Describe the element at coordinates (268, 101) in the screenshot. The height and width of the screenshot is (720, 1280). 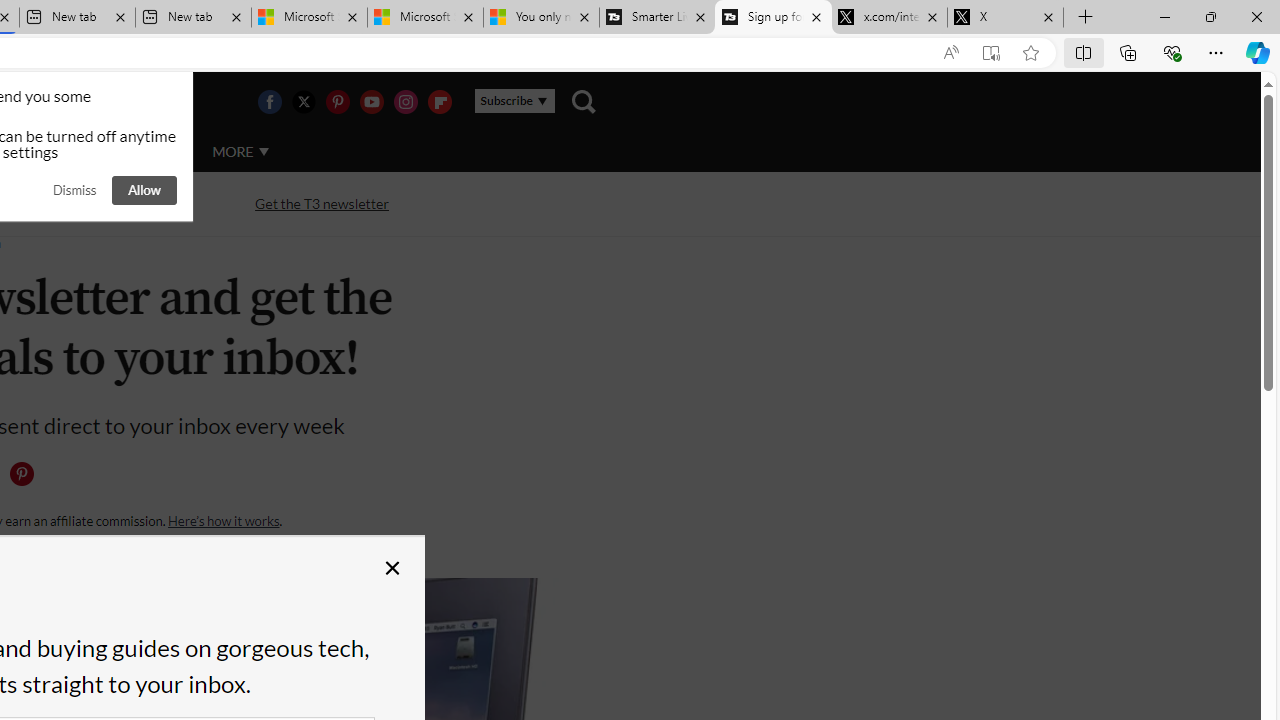
I see `'Visit us on Facebook'` at that location.